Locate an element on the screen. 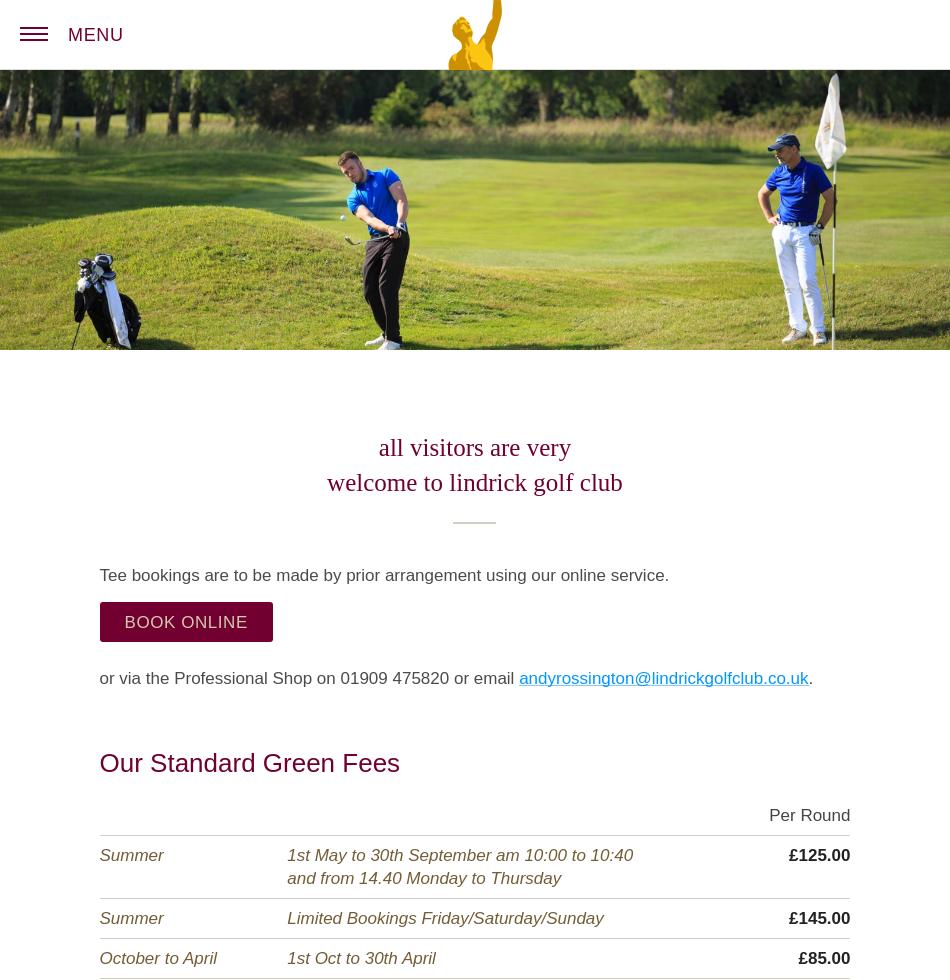  'Per Round' is located at coordinates (808, 814).